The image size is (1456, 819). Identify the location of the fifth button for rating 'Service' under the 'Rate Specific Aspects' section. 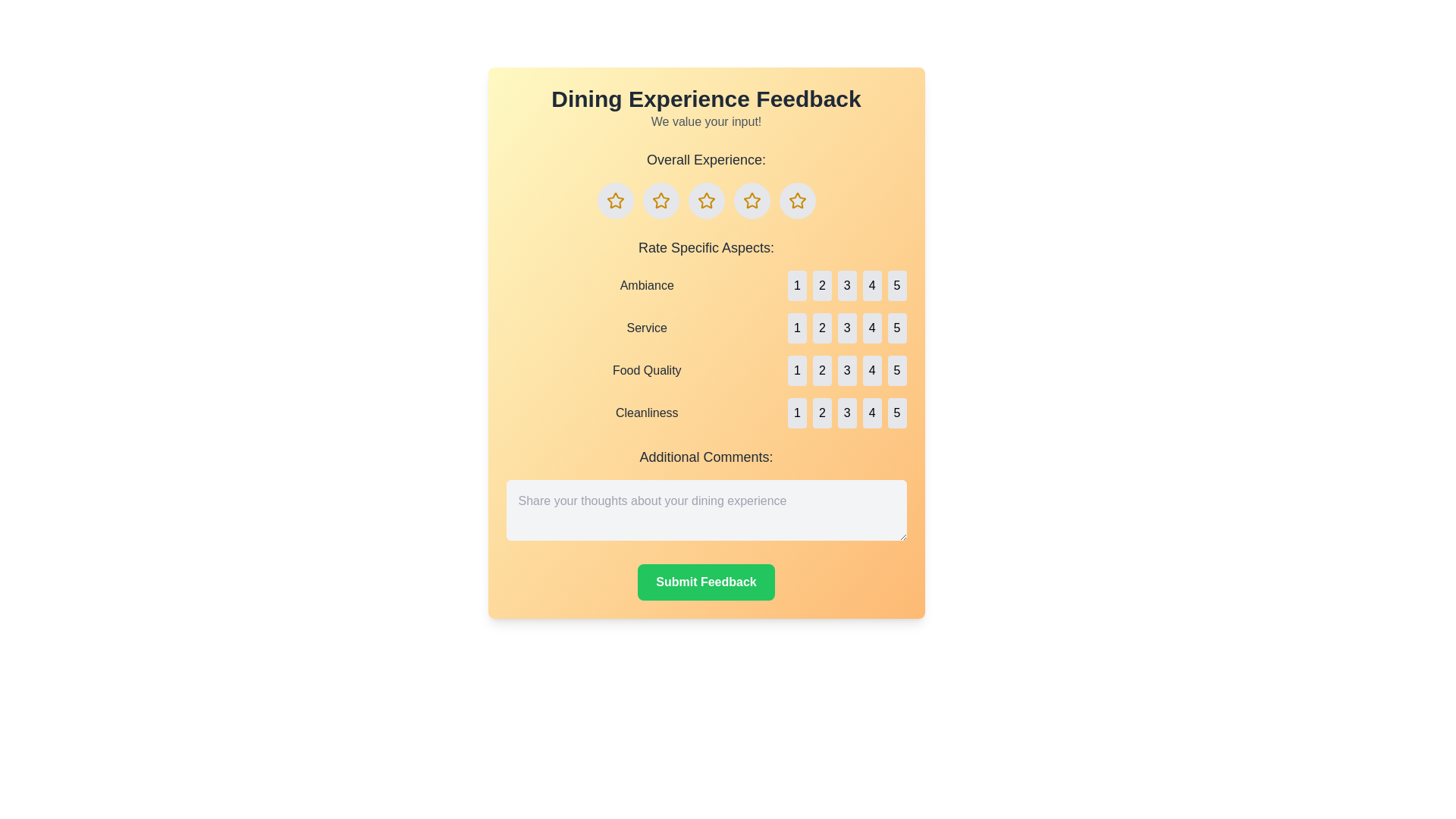
(897, 327).